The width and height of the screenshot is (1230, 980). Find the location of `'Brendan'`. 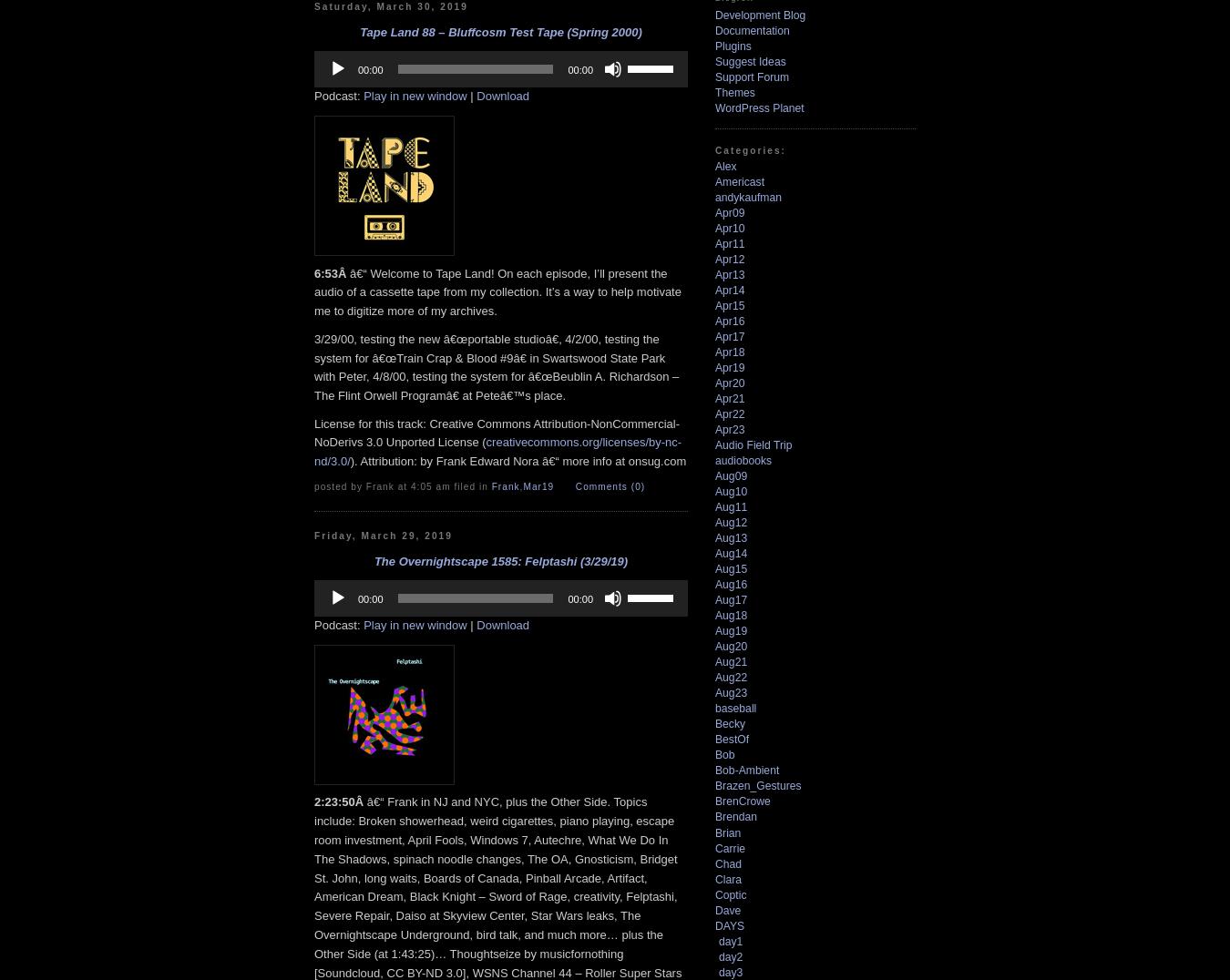

'Brendan' is located at coordinates (735, 816).